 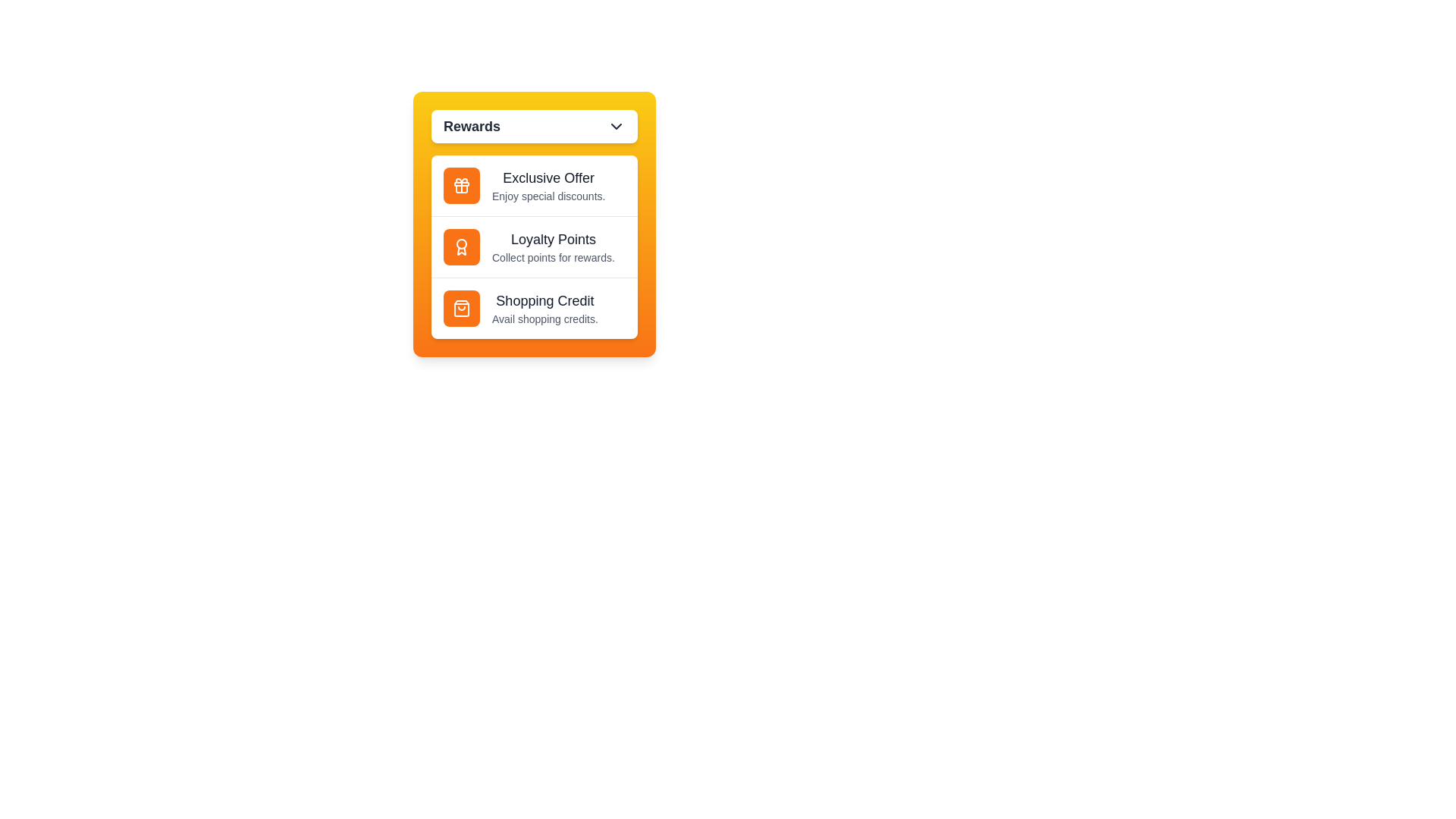 I want to click on the text label that displays the phrase 'Enjoy special discounts.' which is positioned directly below the heading 'Exclusive Offer' inside an orange-bordered card in the rewards section, so click(x=548, y=195).